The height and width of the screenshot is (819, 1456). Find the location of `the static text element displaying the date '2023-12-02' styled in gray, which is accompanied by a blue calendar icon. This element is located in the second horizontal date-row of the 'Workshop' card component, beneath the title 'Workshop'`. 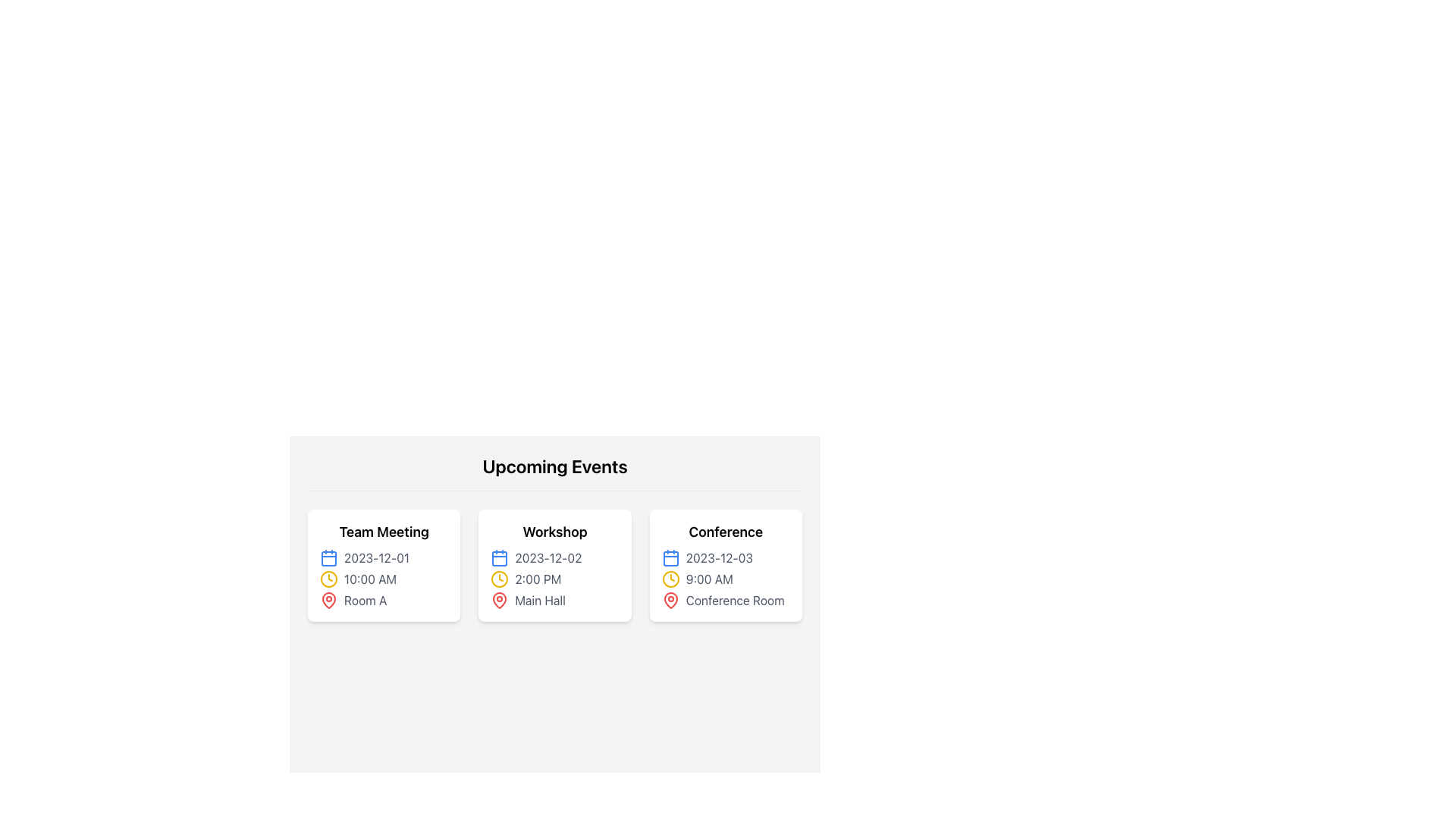

the static text element displaying the date '2023-12-02' styled in gray, which is accompanied by a blue calendar icon. This element is located in the second horizontal date-row of the 'Workshop' card component, beneath the title 'Workshop' is located at coordinates (554, 558).